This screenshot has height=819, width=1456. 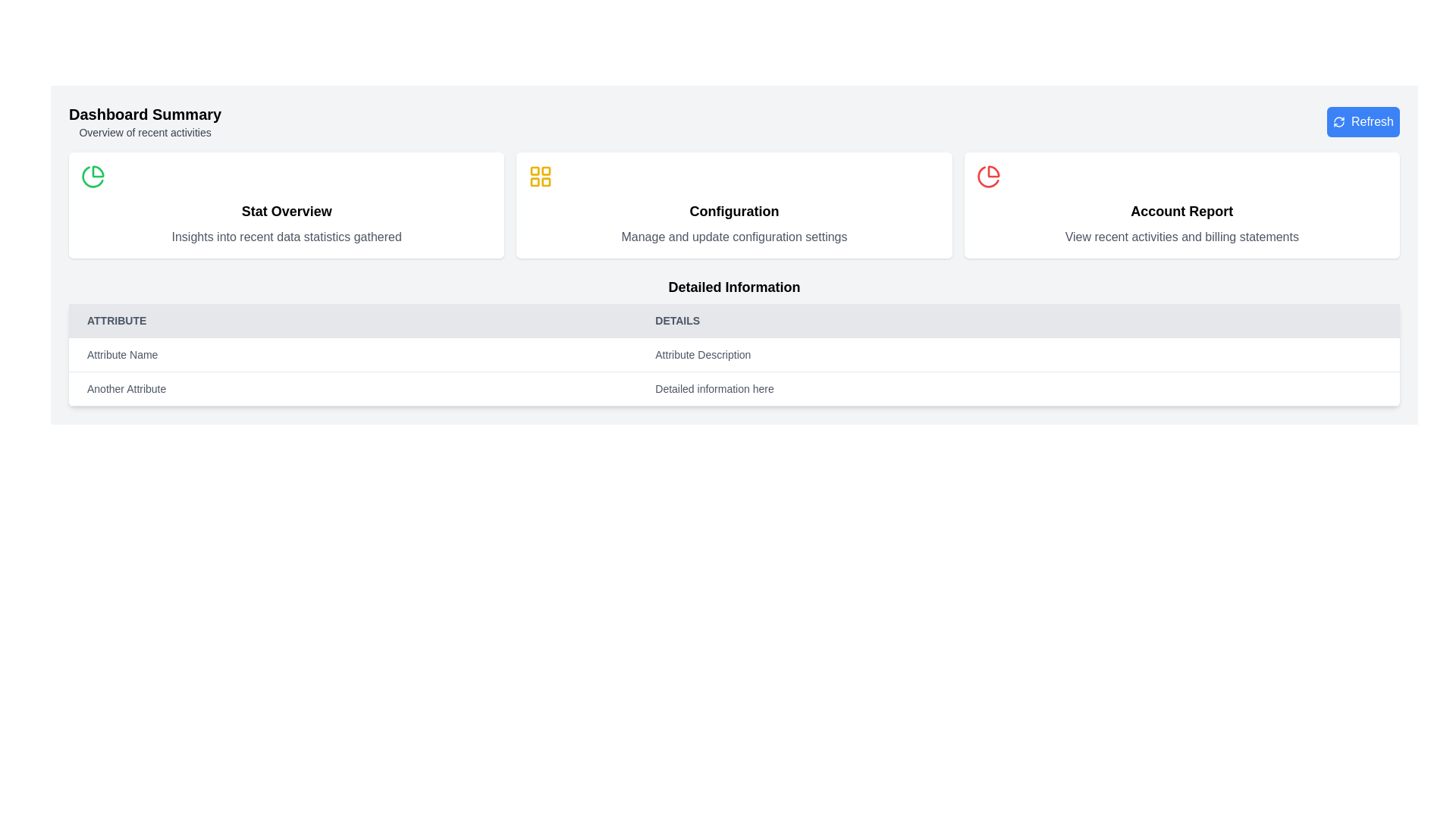 What do you see at coordinates (546, 171) in the screenshot?
I see `the top-right square of the 2x2 grid icon, which is bright yellow and located above the 'Configuration' text in the Dashboard Summary` at bounding box center [546, 171].